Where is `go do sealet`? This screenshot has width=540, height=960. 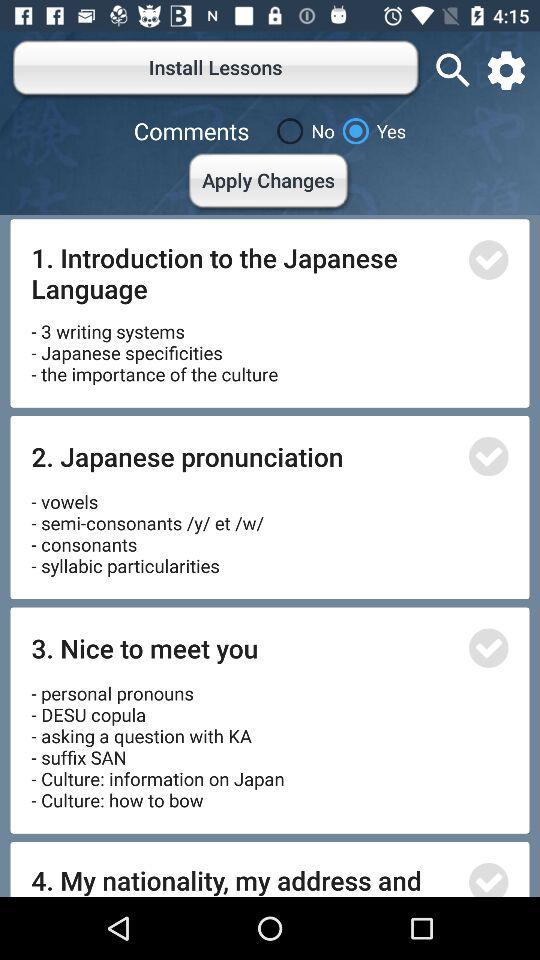 go do sealet is located at coordinates (487, 259).